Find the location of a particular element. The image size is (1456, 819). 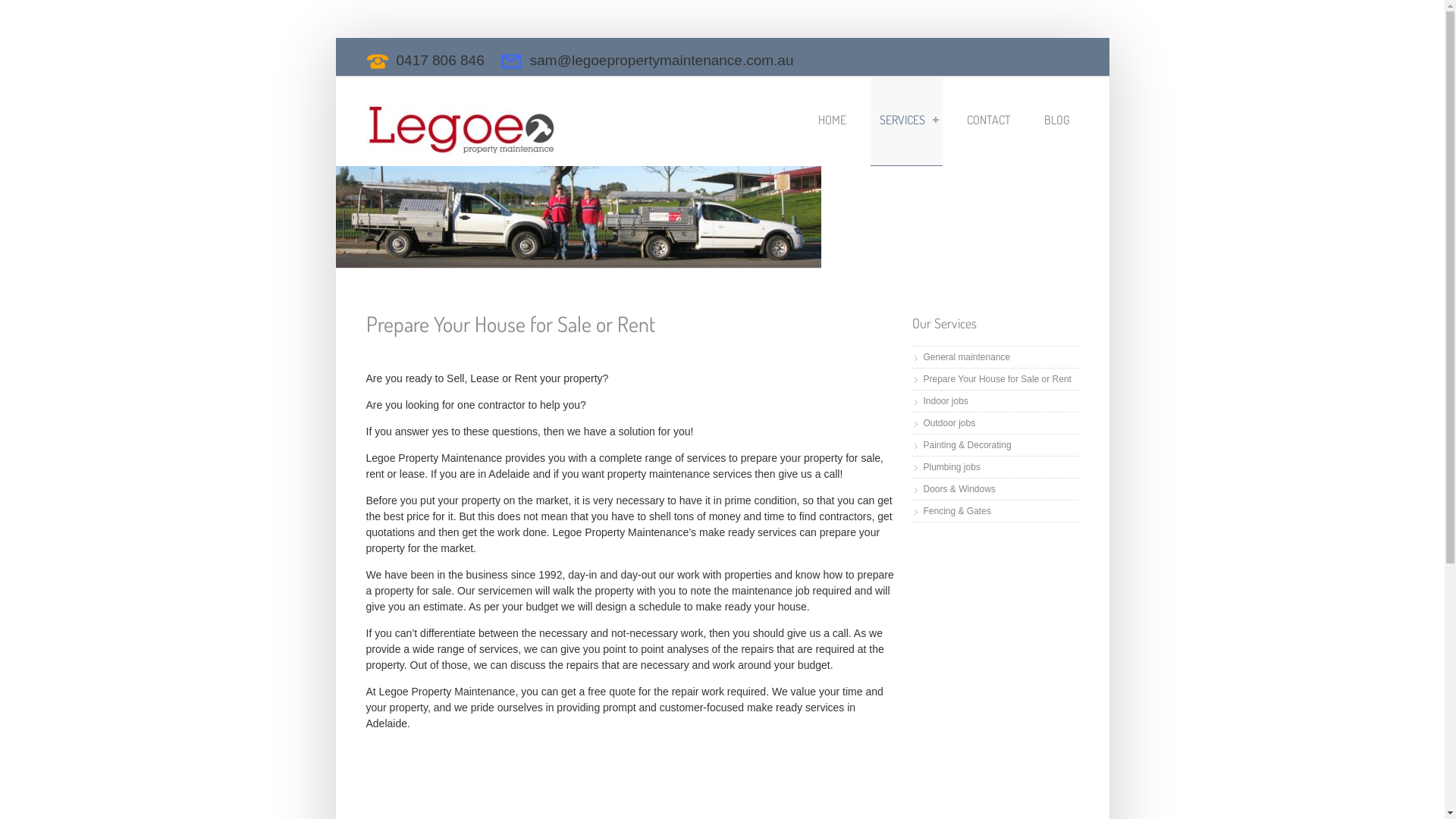

'SERVICES' is located at coordinates (906, 120).